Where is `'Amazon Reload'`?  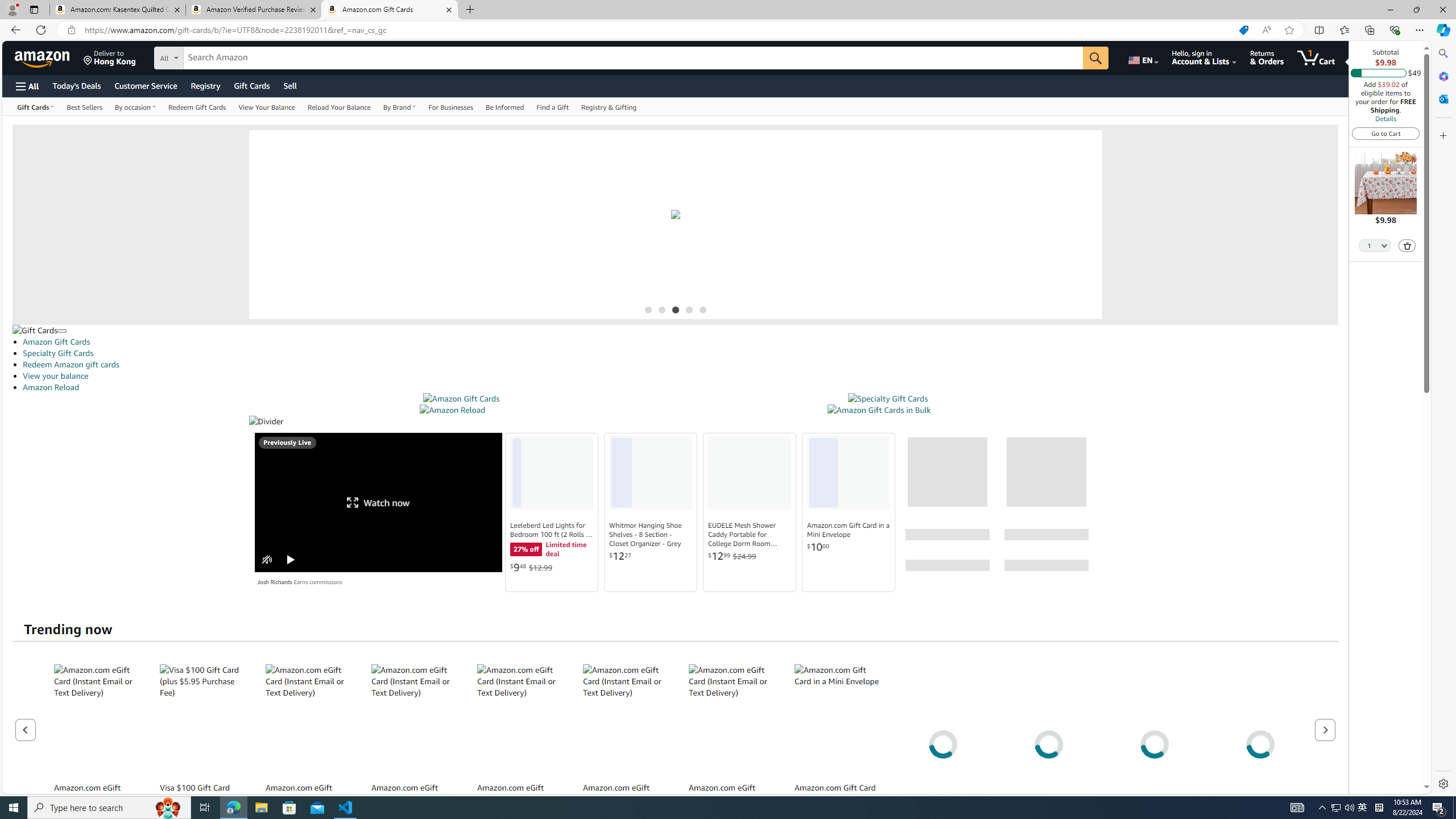 'Amazon Reload' is located at coordinates (452, 409).